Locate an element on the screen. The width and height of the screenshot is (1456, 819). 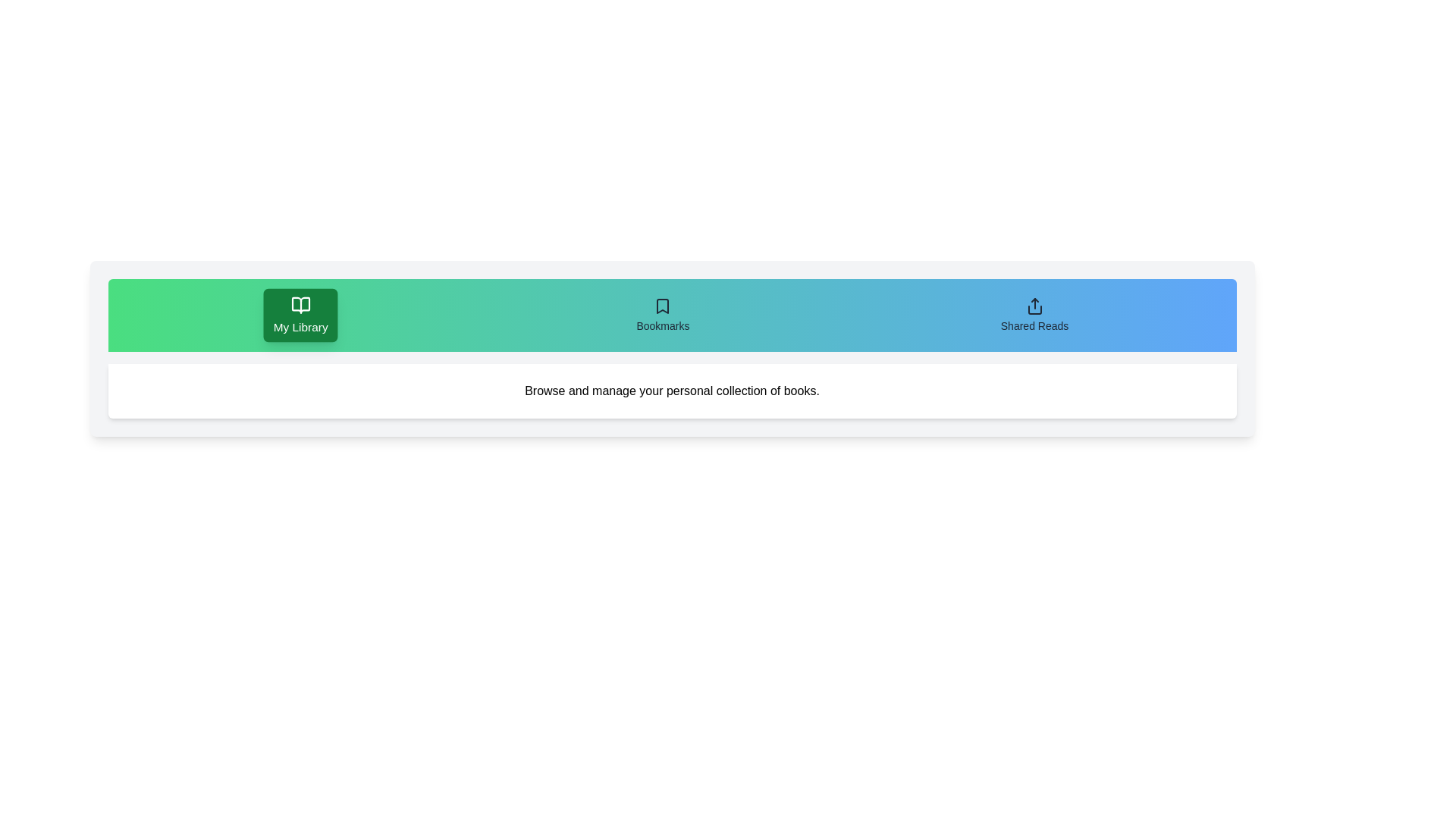
the tab labeled Shared Reads to observe its hover effect is located at coordinates (1033, 315).